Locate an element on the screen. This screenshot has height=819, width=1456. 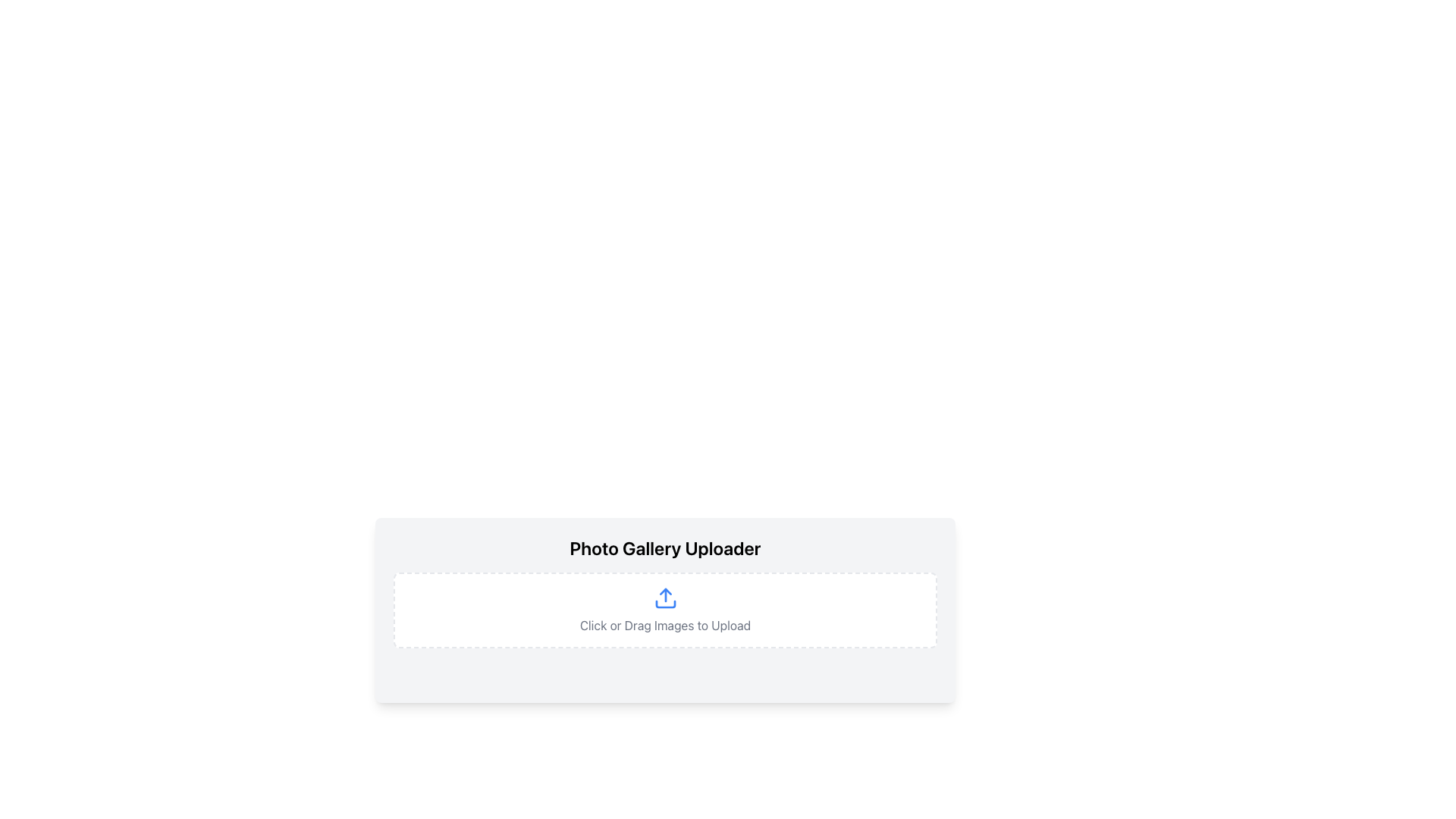
the blue upload icon in the uploader interface is located at coordinates (665, 598).